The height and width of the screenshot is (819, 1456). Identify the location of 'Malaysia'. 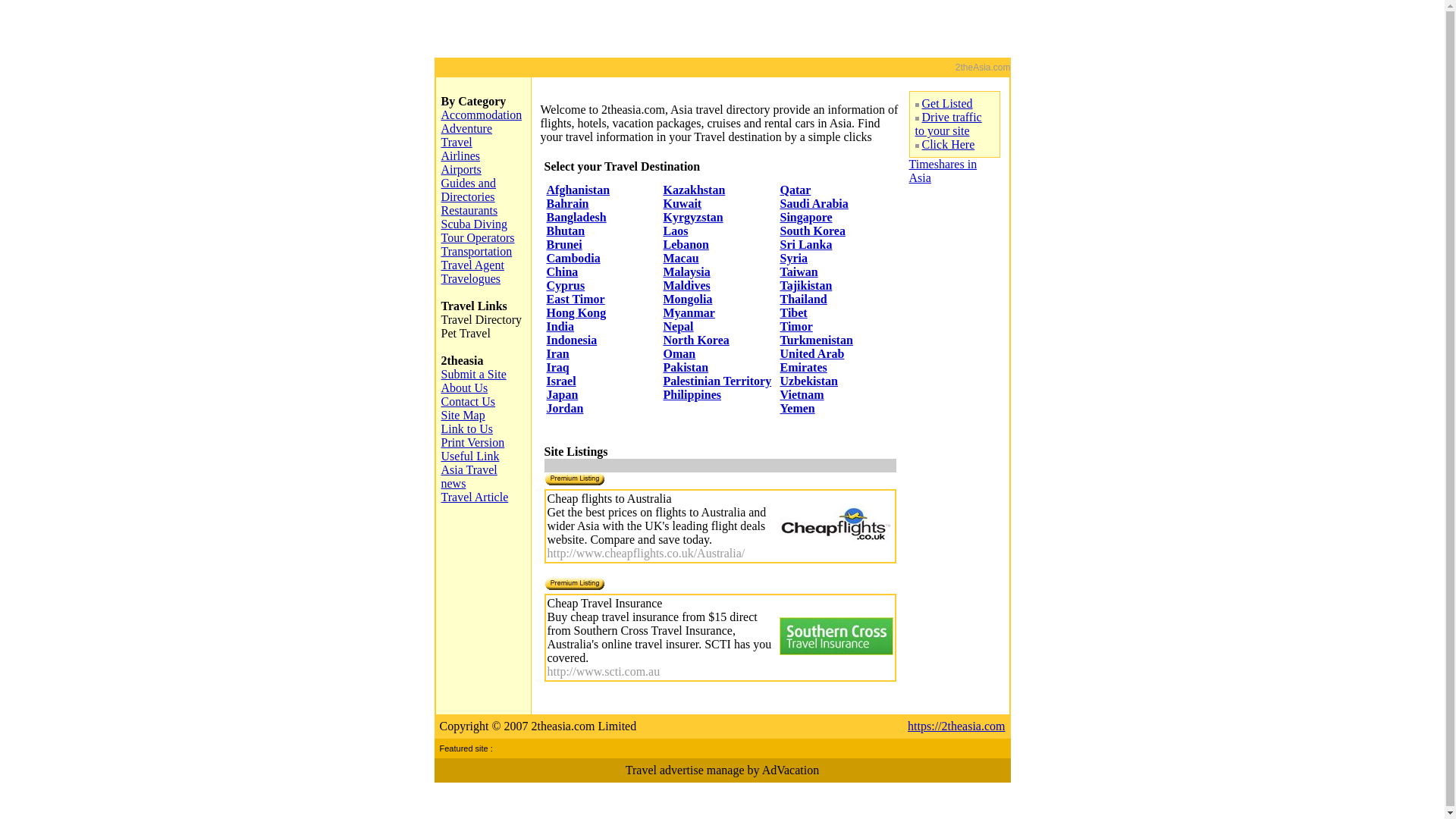
(686, 271).